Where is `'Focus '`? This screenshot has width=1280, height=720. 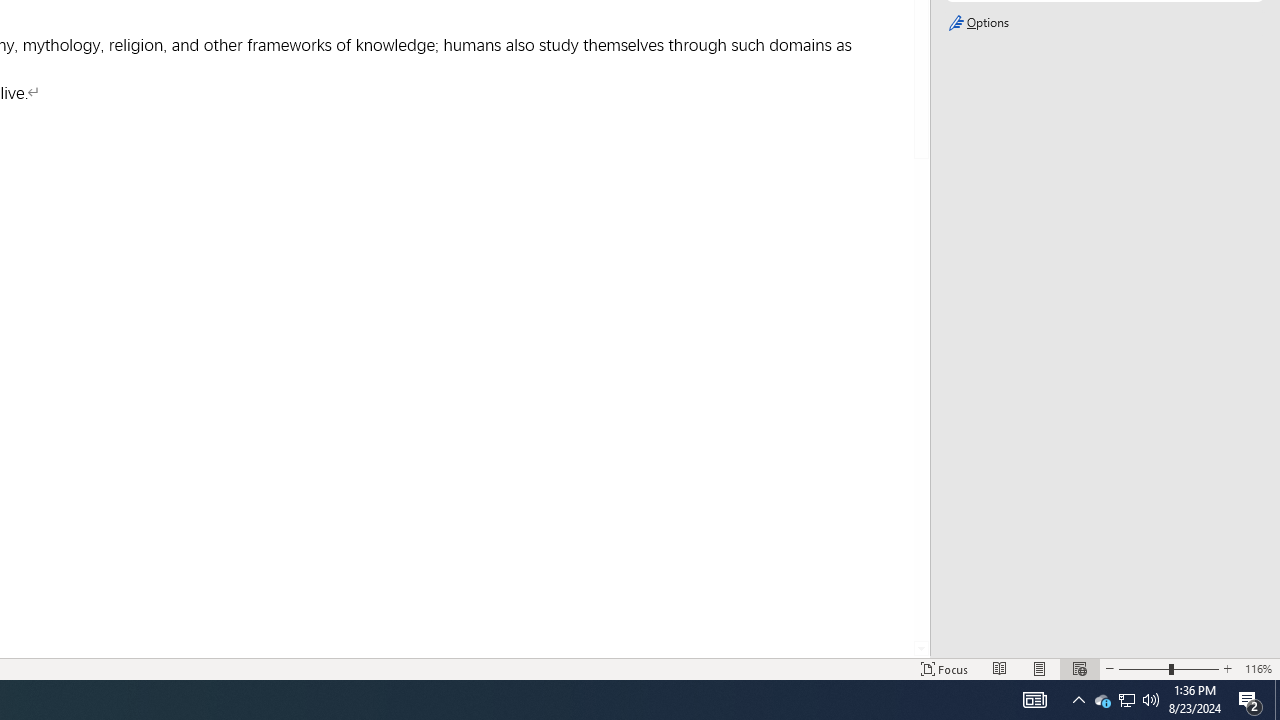
'Focus ' is located at coordinates (943, 669).